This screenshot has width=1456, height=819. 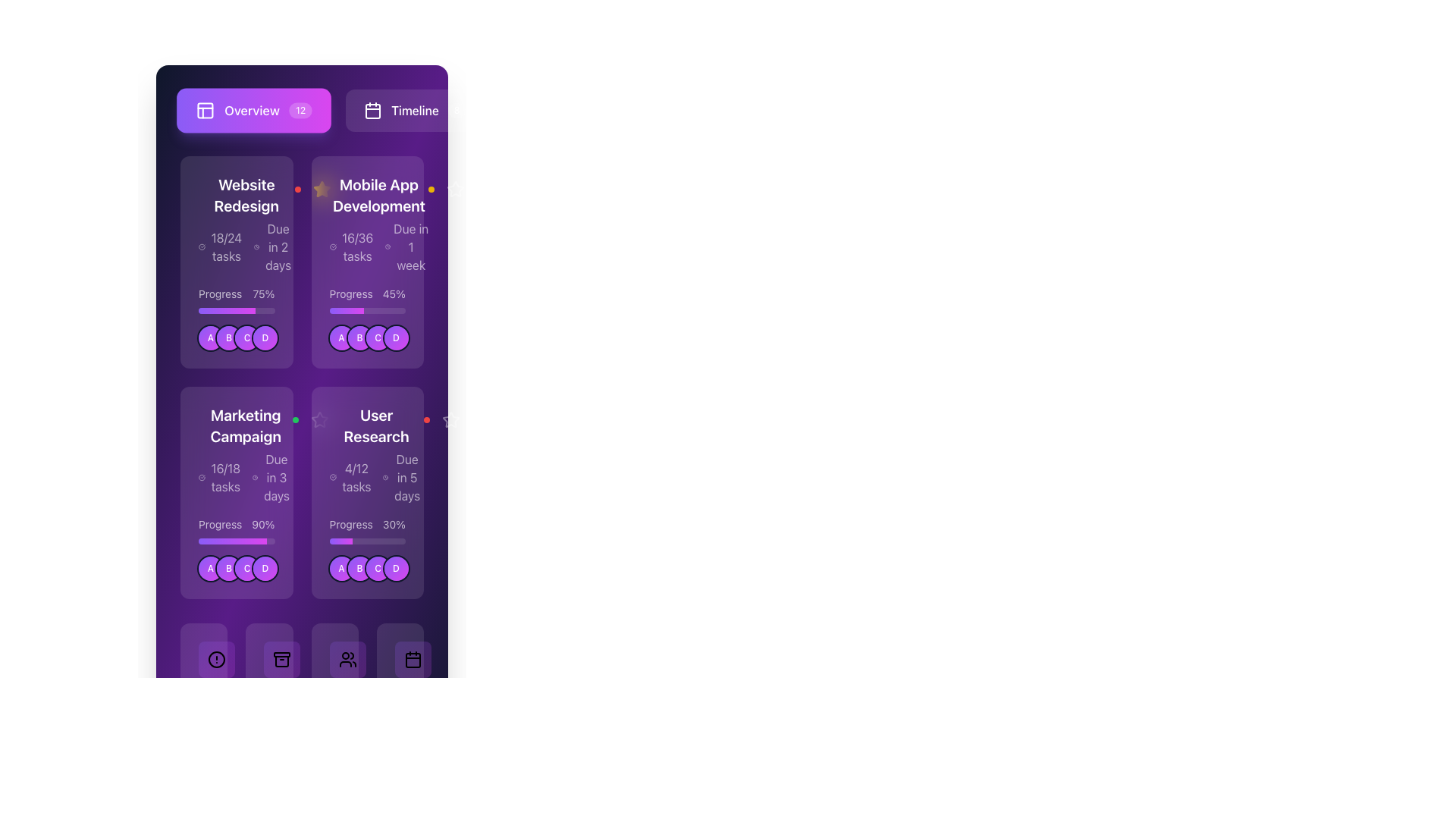 I want to click on the Text Label that displays the progress completion percentage for the 'Marketing Campaign' task, located inside the card in the lower-left corner of the primary grid, above the progress bar and below the main text, so click(x=236, y=523).